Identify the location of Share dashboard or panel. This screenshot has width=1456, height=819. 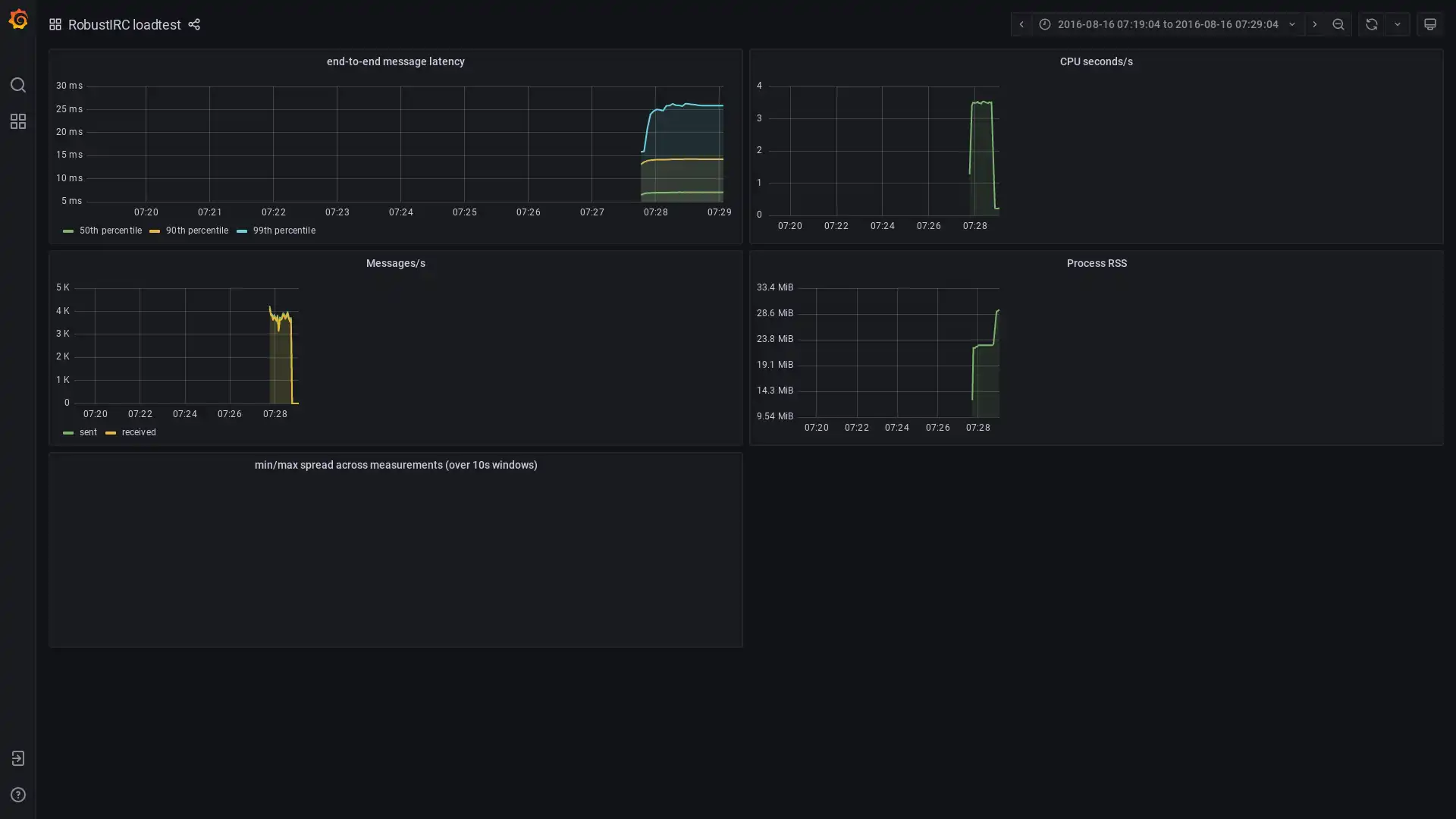
(192, 24).